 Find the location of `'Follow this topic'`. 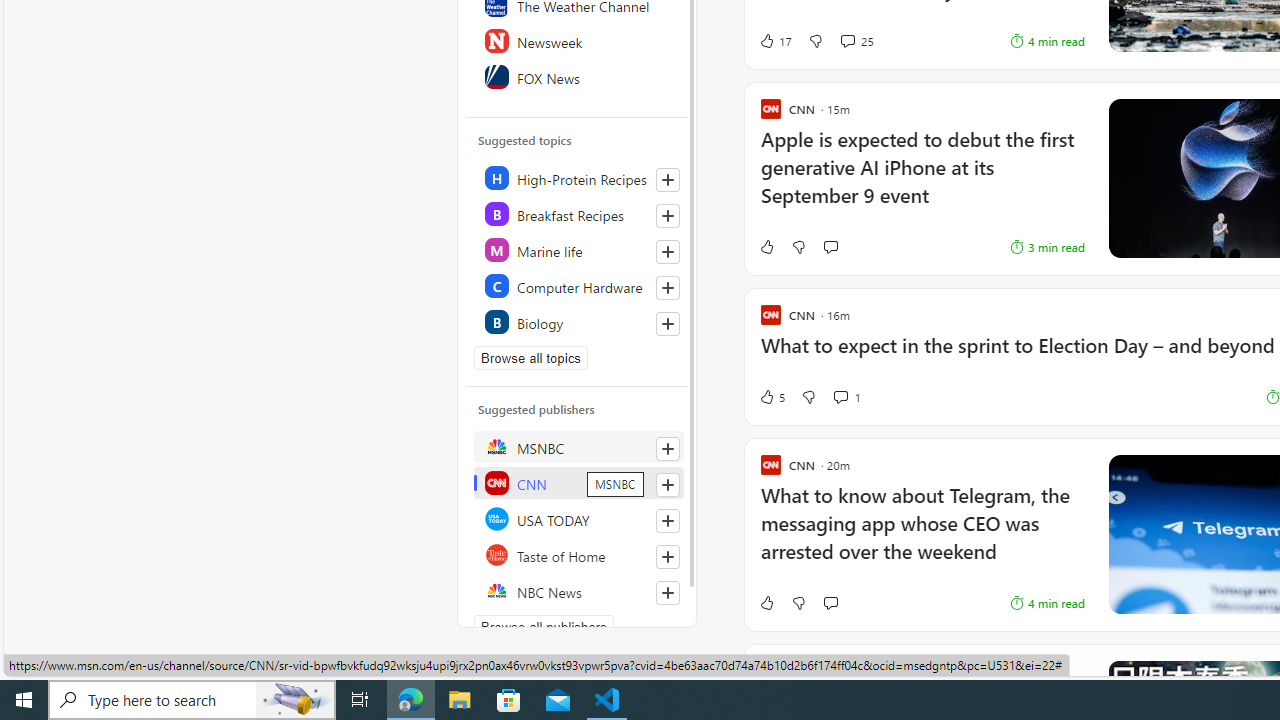

'Follow this topic' is located at coordinates (668, 323).